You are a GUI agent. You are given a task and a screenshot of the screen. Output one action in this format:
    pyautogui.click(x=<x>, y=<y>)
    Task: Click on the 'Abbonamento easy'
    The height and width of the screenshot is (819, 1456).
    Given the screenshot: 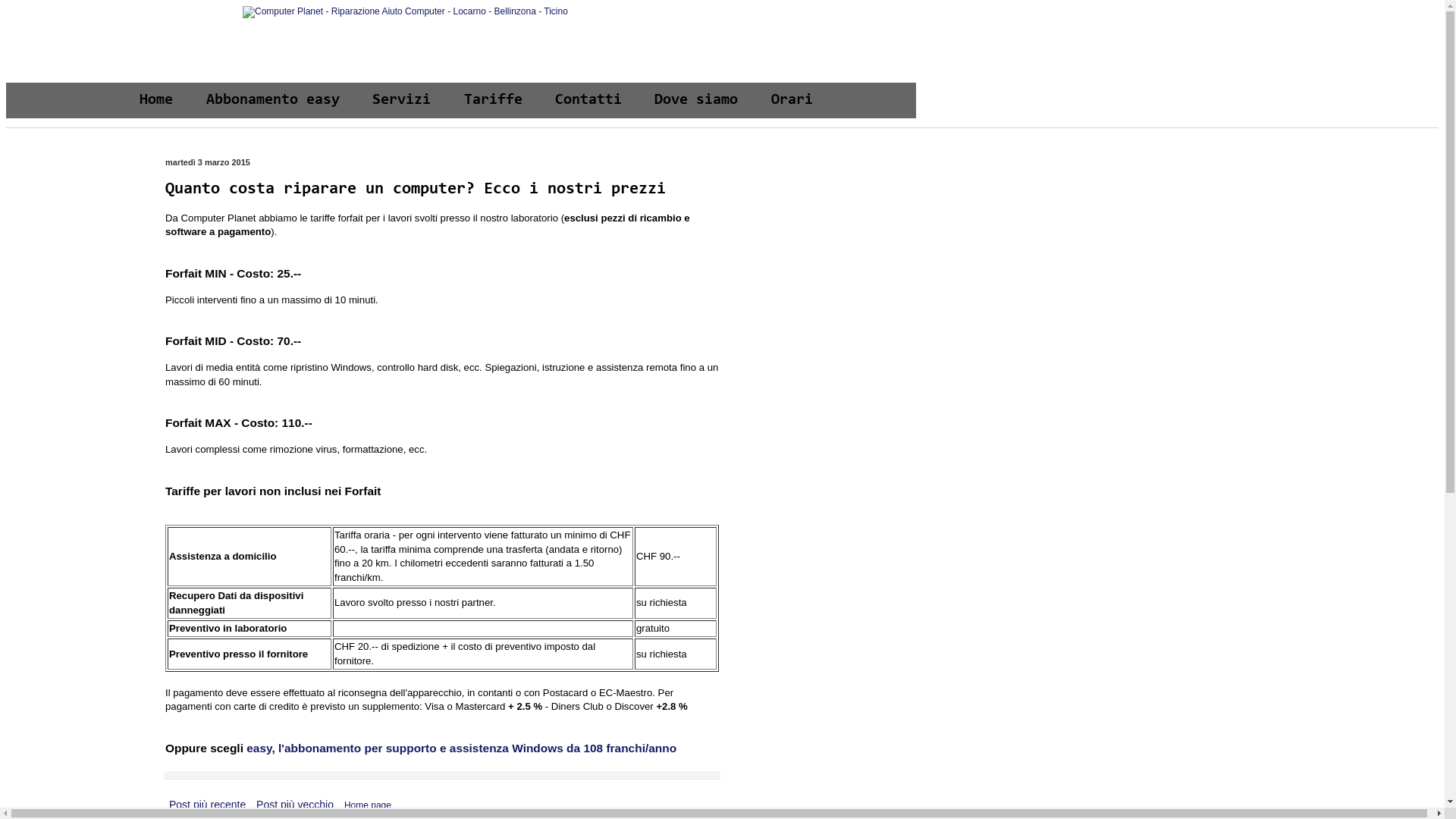 What is the action you would take?
    pyautogui.click(x=273, y=100)
    